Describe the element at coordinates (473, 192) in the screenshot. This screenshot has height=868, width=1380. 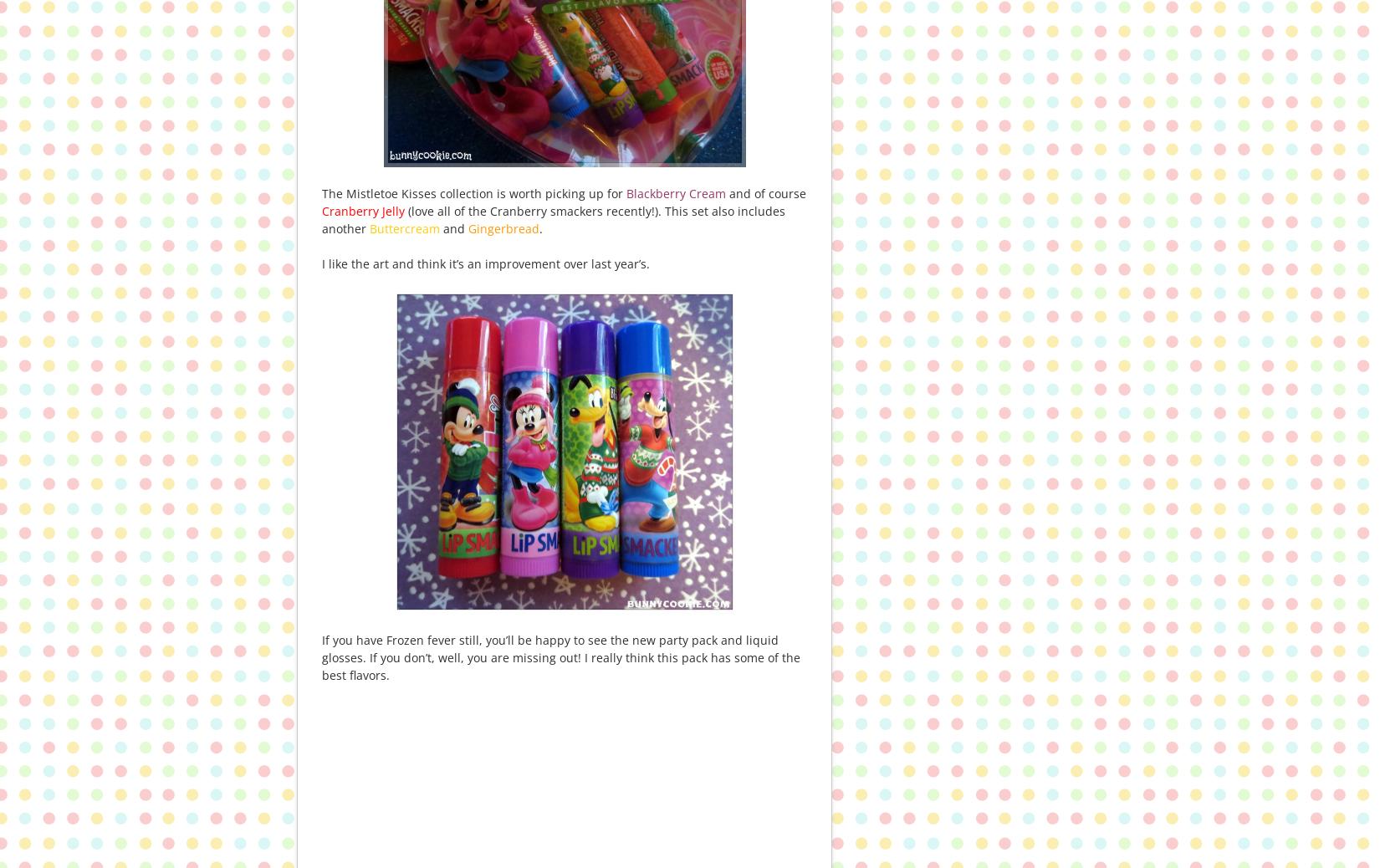
I see `'The Mistletoe Kisses collection is worth picking up for'` at that location.